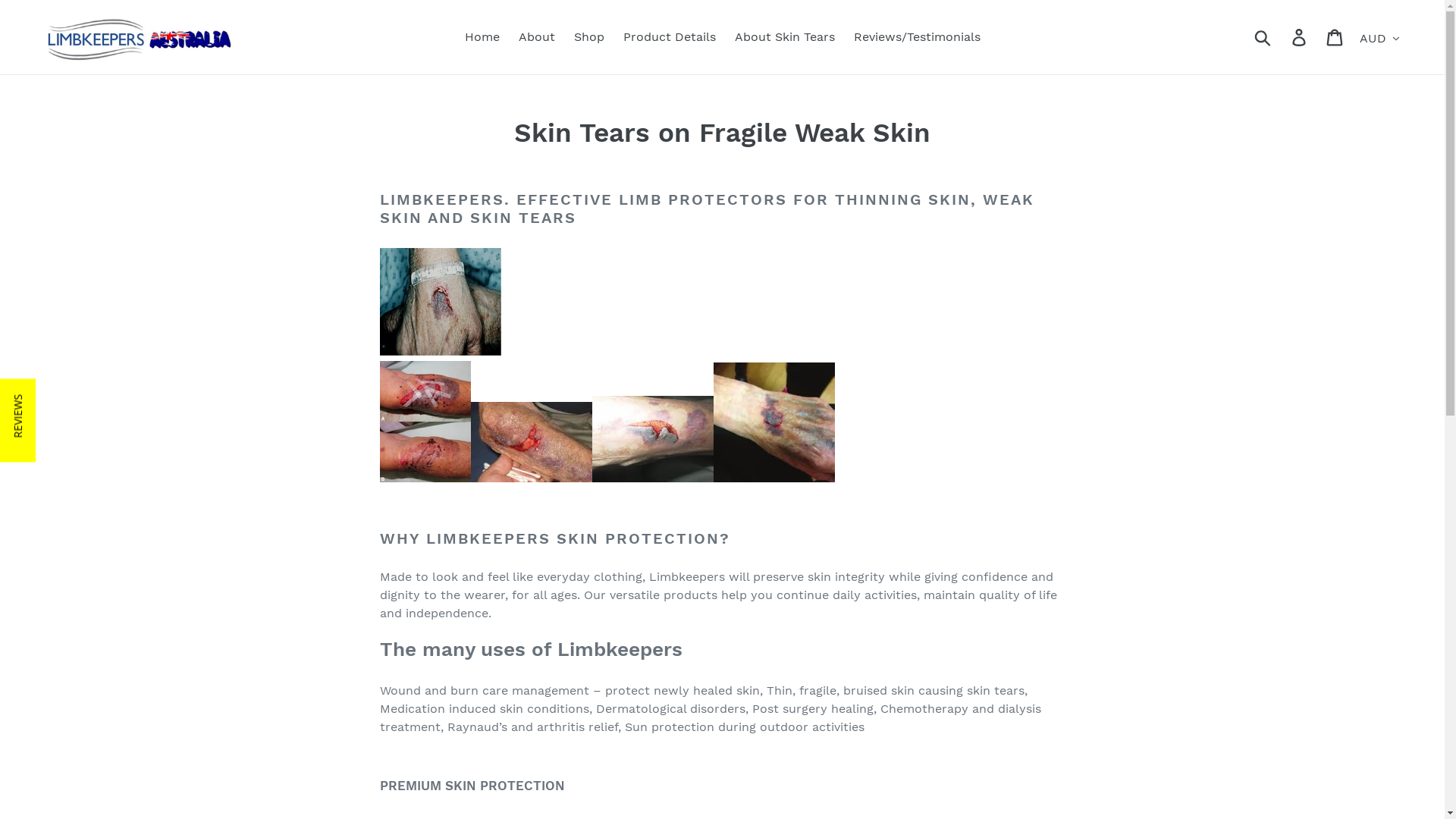  Describe the element at coordinates (1263, 36) in the screenshot. I see `'Submit'` at that location.